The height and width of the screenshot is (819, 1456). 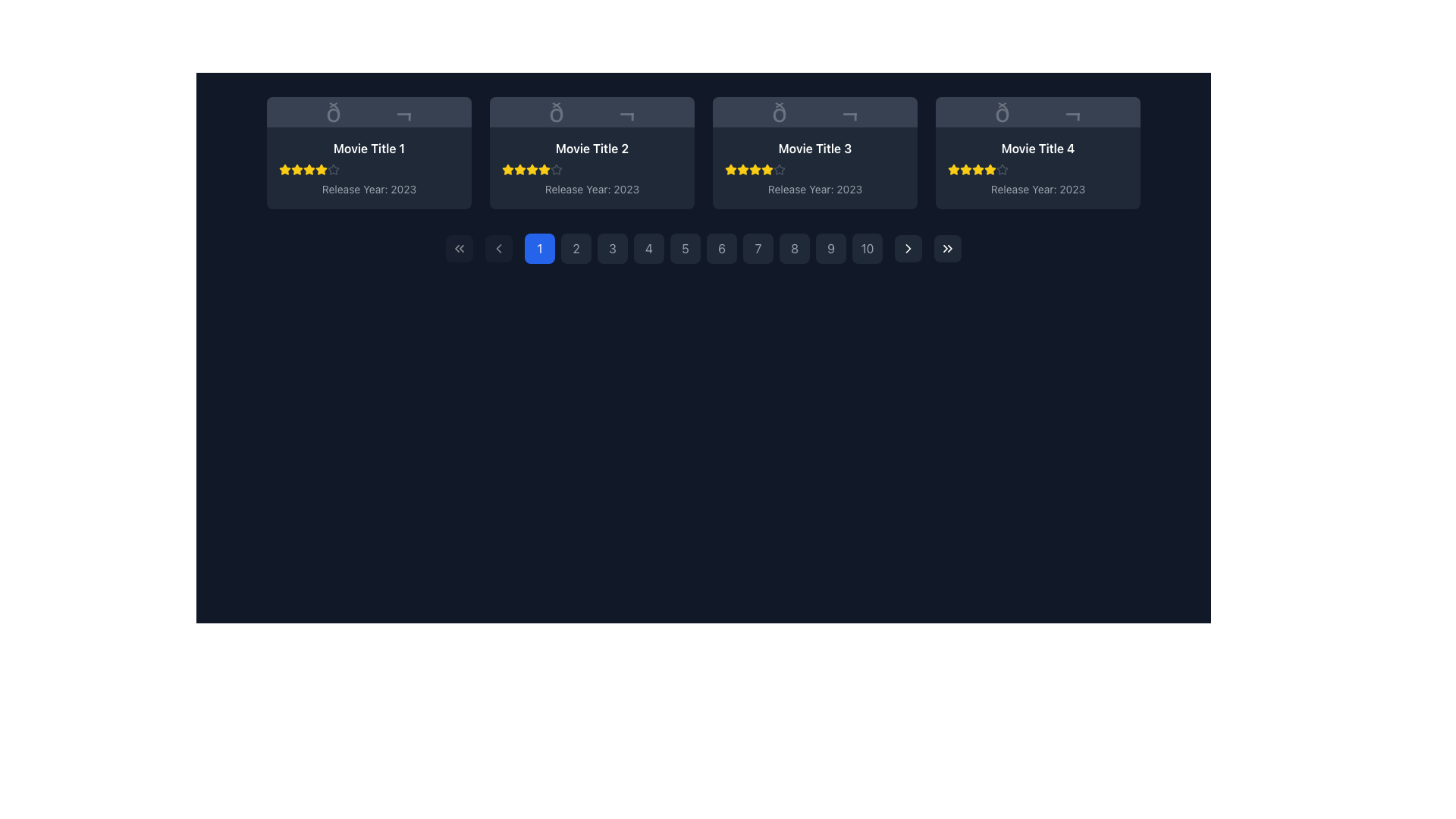 What do you see at coordinates (867, 247) in the screenshot?
I see `the circular button with the number '10' that has a dark gray background and gray text to observe its hover effect` at bounding box center [867, 247].